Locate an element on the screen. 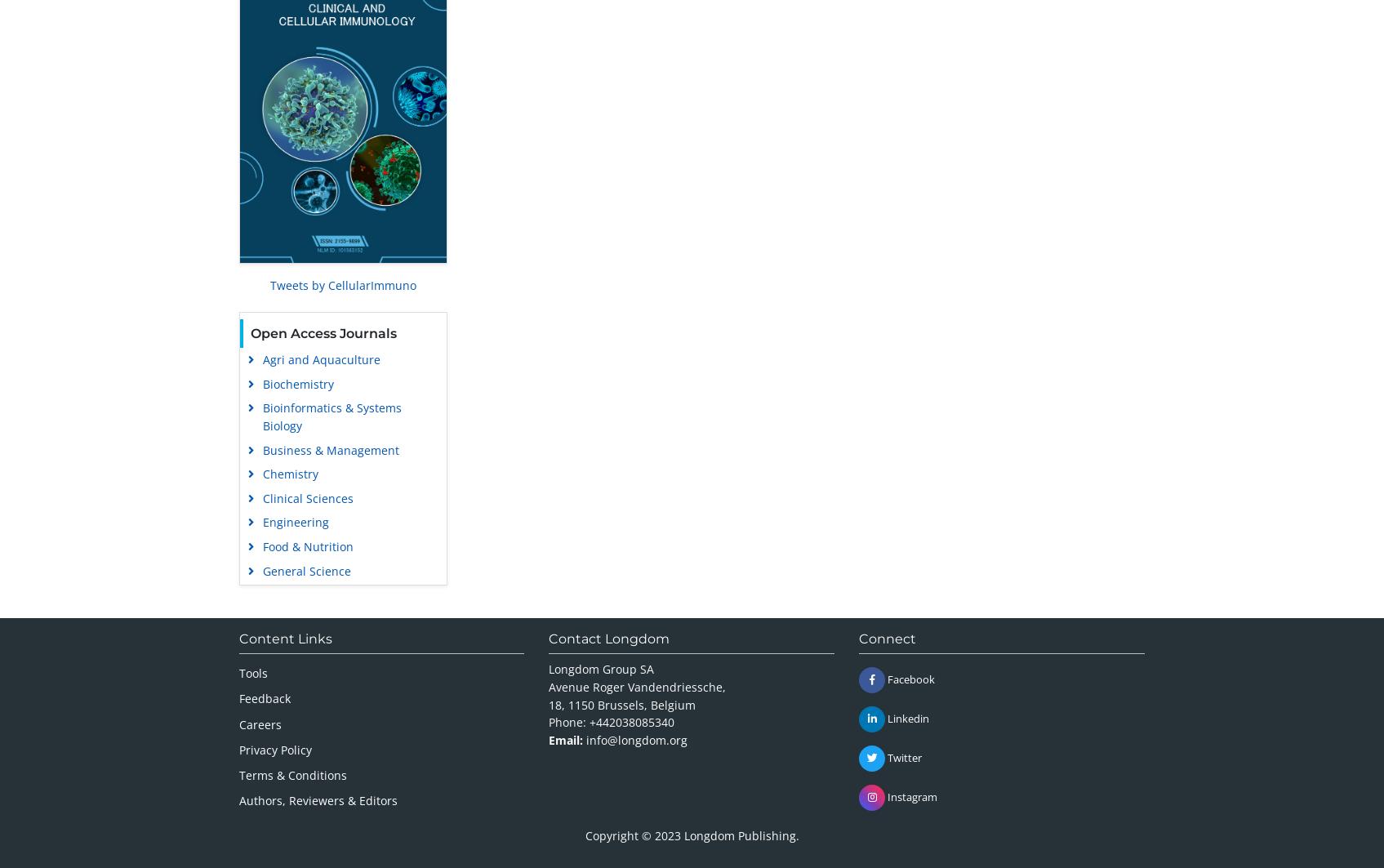  '18, 1150 Brussels, Belgium' is located at coordinates (549, 703).